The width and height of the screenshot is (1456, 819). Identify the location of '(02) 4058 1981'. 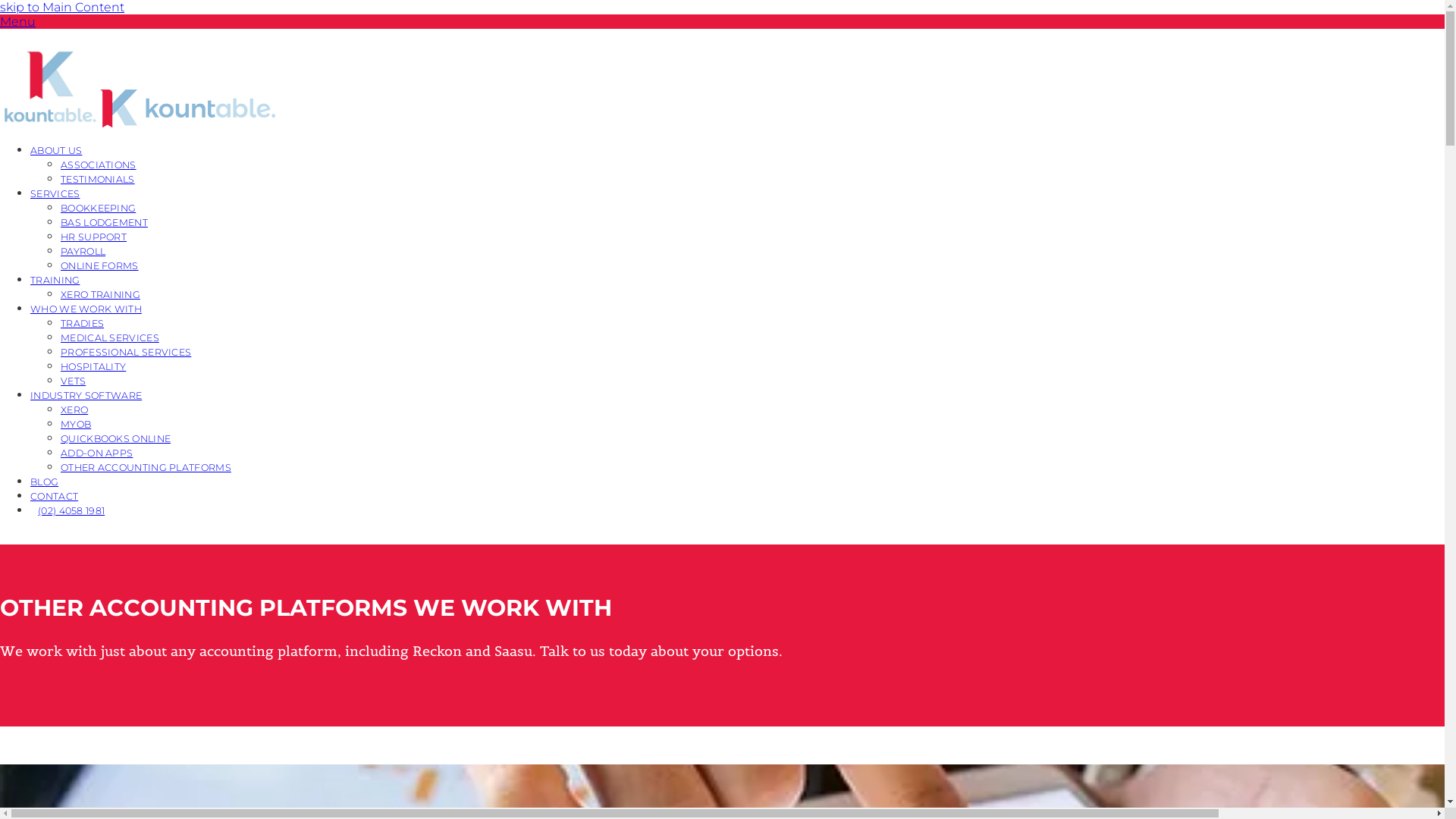
(71, 510).